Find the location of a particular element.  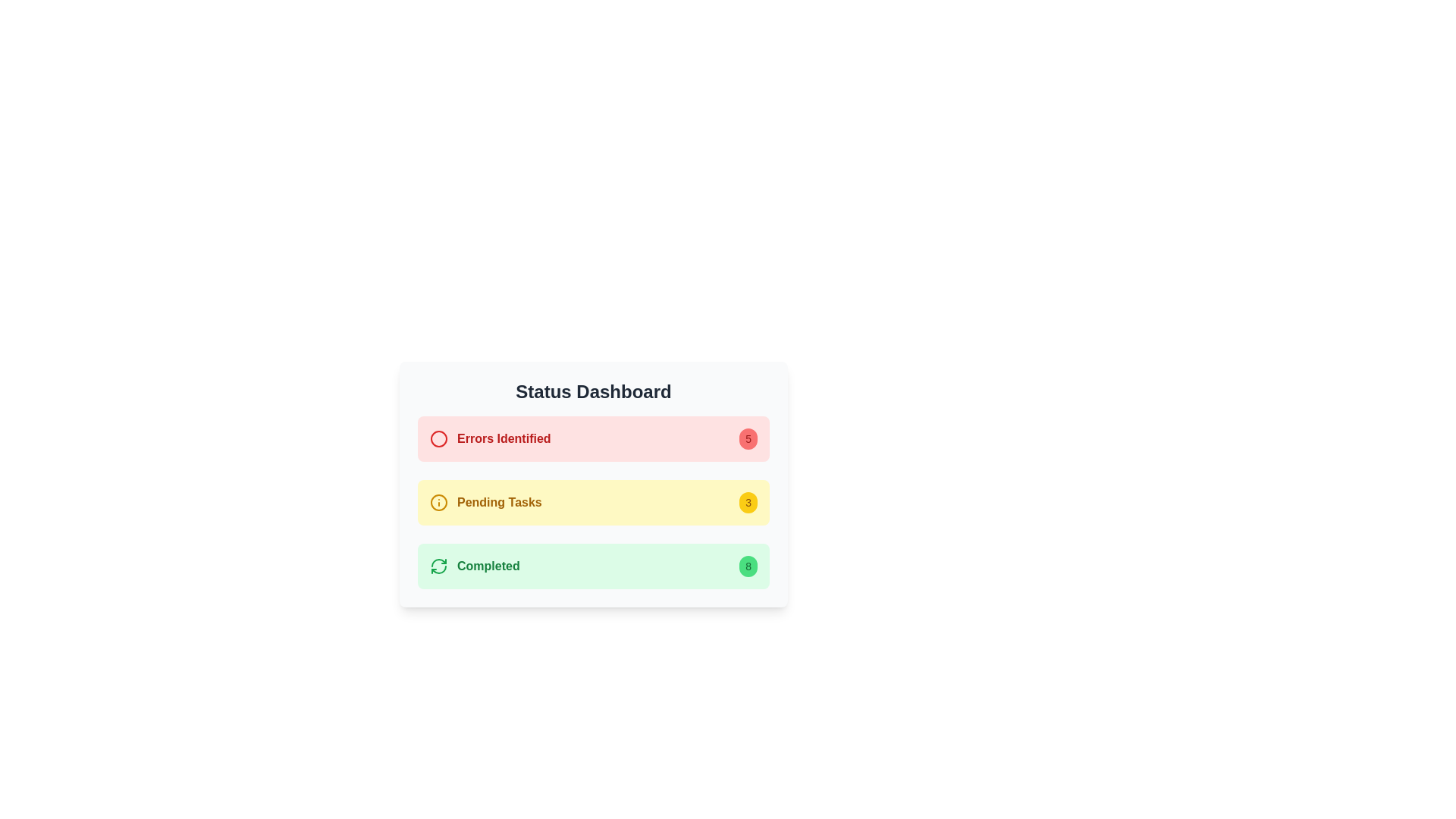

the refresh icon located to the far left of the 'Completed' section in the status dashboard, which is highlighted in light green is located at coordinates (438, 566).